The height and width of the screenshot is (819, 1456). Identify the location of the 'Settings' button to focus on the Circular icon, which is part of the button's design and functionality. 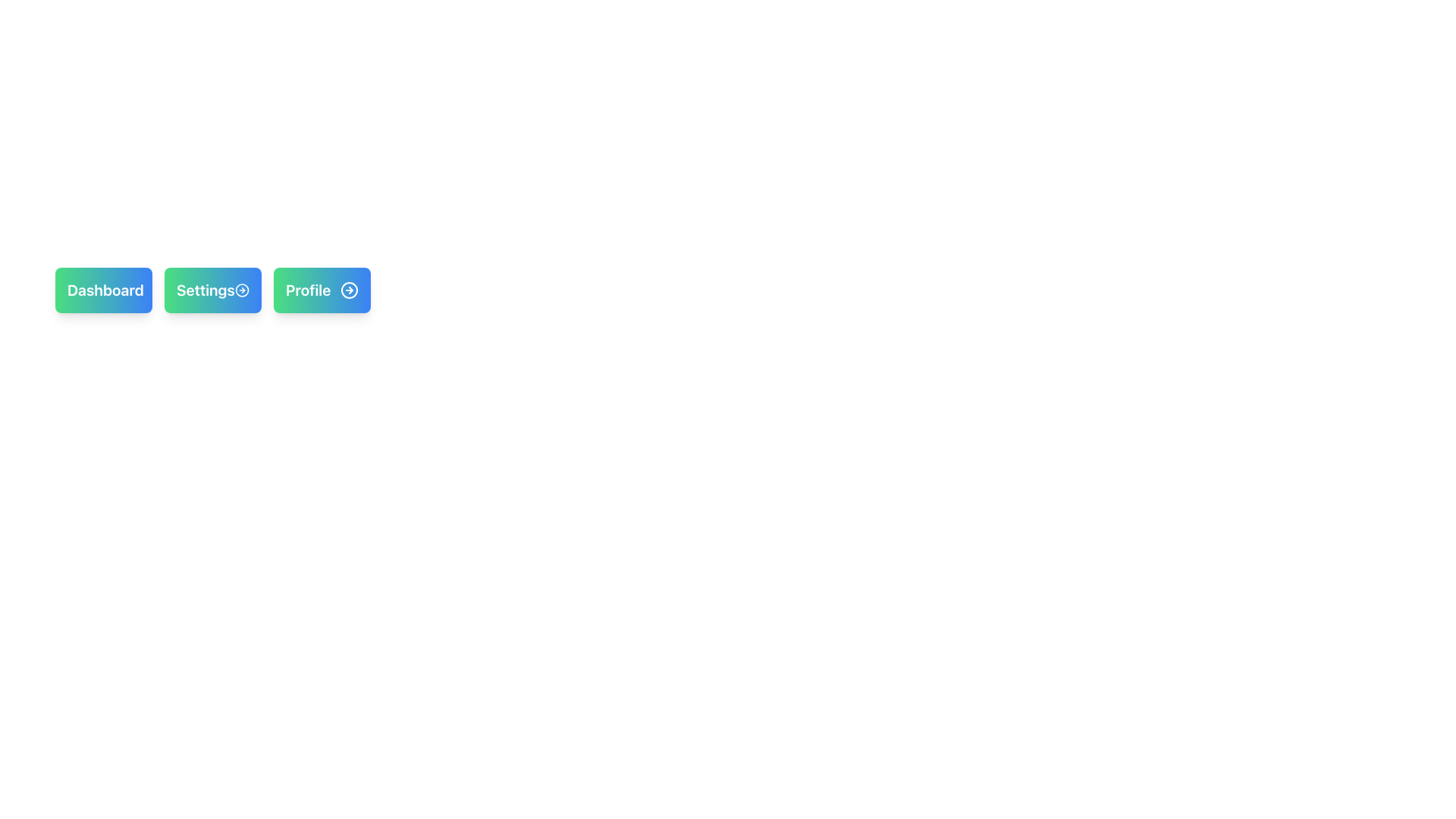
(241, 290).